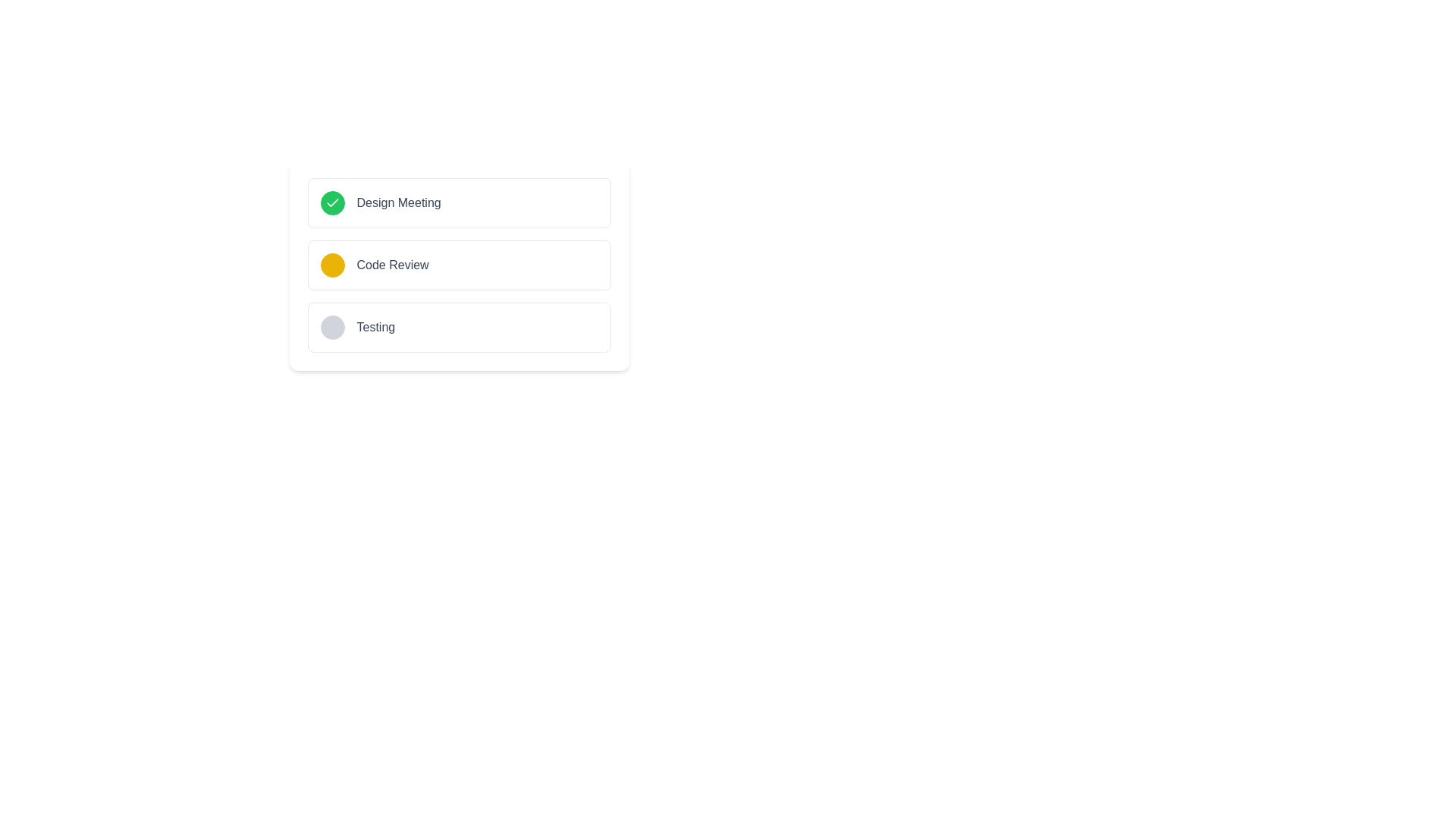 Image resolution: width=1456 pixels, height=819 pixels. Describe the element at coordinates (393, 265) in the screenshot. I see `the text label displaying 'Code Review' in the vertical menu` at that location.